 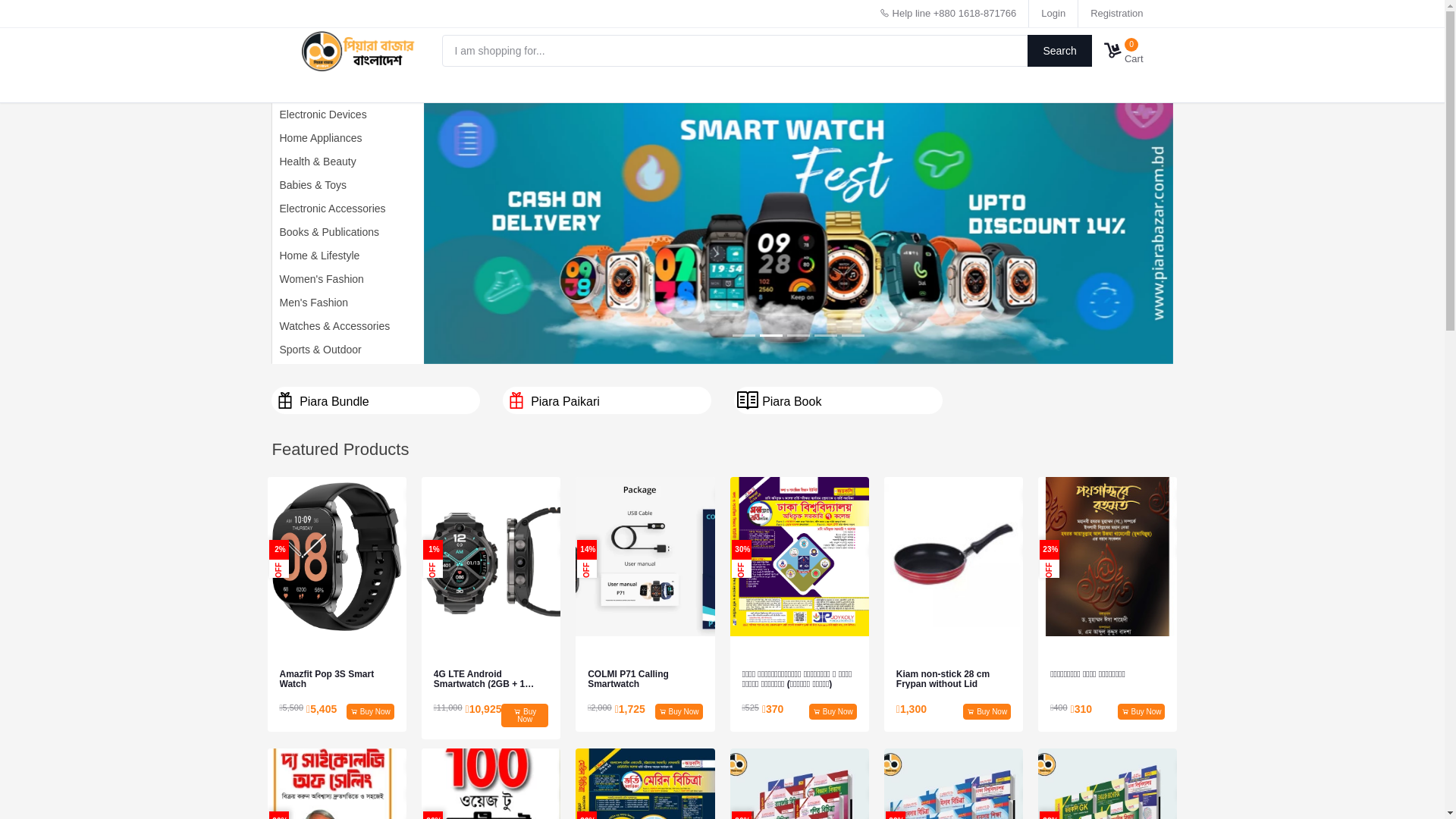 What do you see at coordinates (1052, 14) in the screenshot?
I see `'Login'` at bounding box center [1052, 14].